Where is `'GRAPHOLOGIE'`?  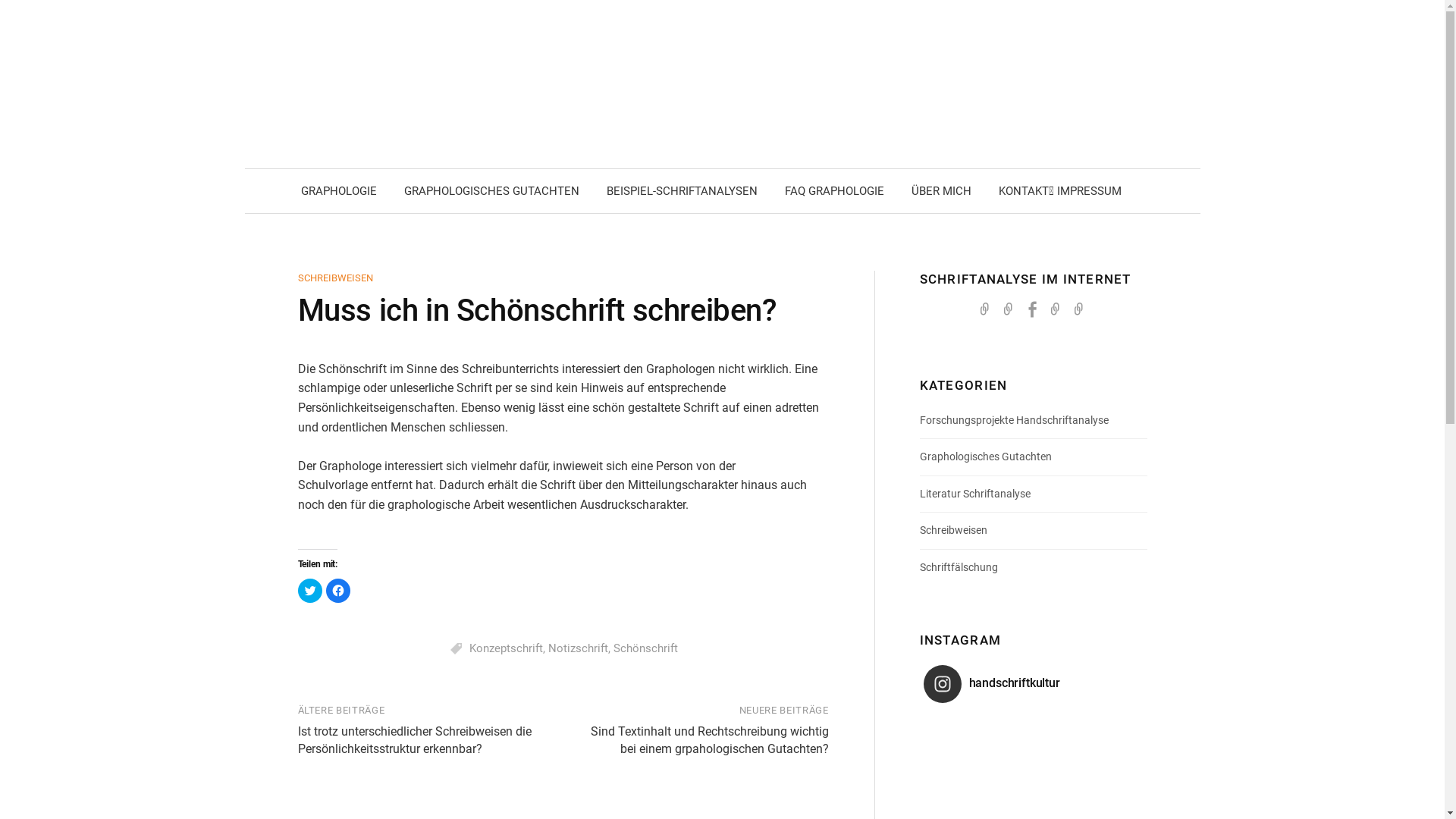 'GRAPHOLOGIE' is located at coordinates (337, 190).